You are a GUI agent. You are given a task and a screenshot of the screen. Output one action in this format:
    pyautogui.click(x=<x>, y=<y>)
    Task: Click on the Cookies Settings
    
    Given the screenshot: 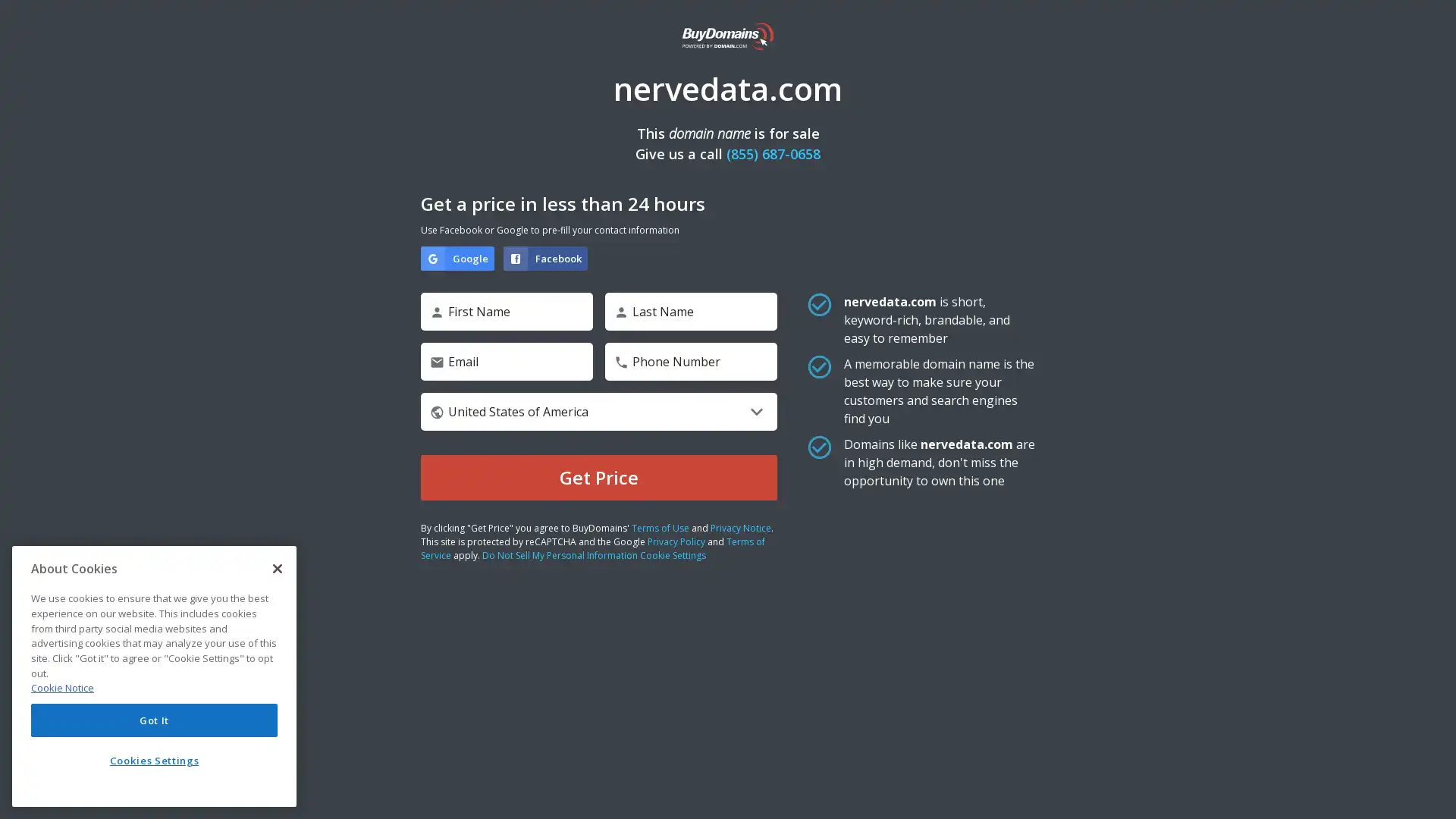 What is the action you would take?
    pyautogui.click(x=154, y=760)
    